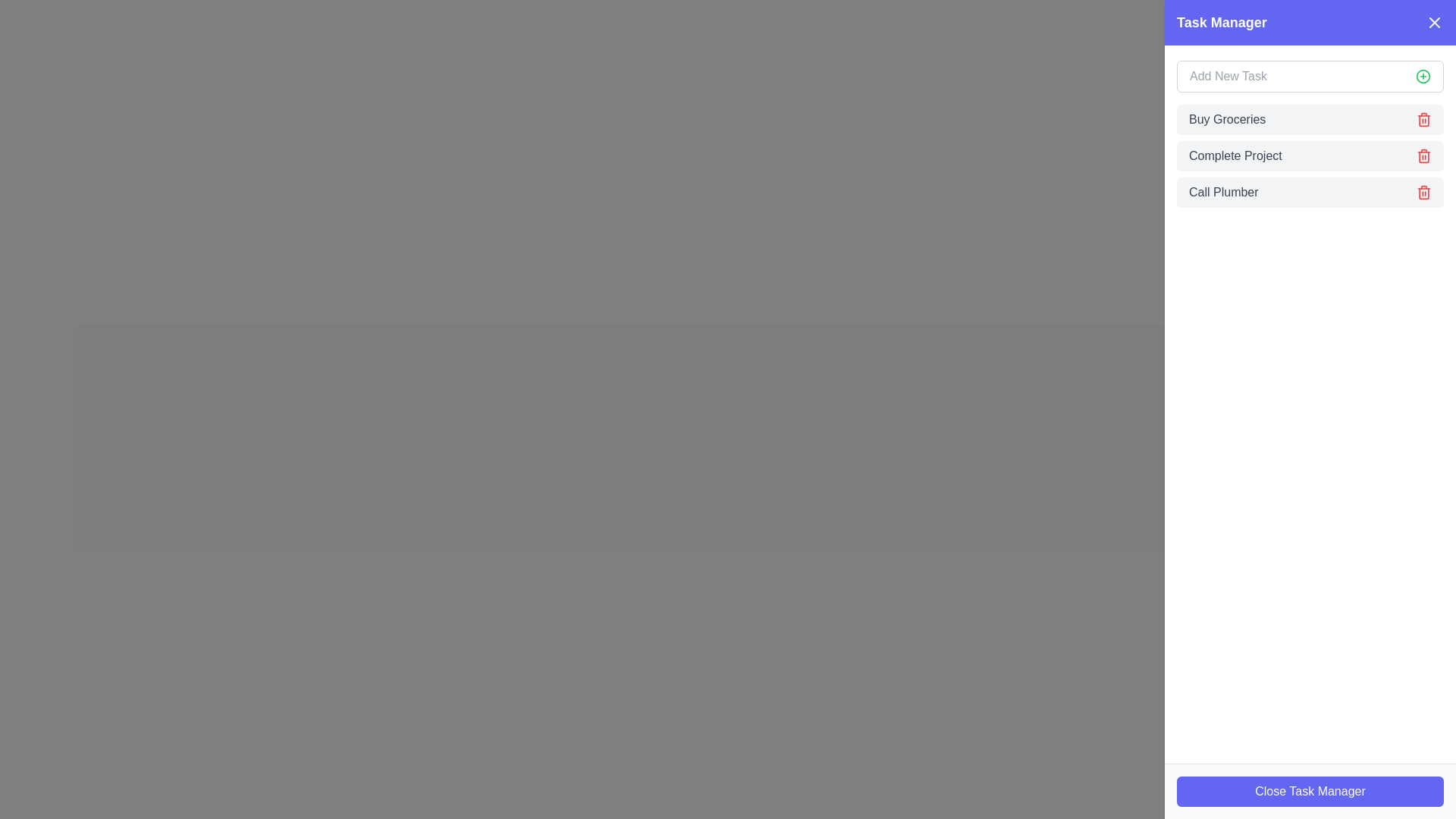  Describe the element at coordinates (1223, 192) in the screenshot. I see `the gray text label reading 'Call Plumber' located in the third position of the vertical task list within the 'Task Manager' panel` at that location.